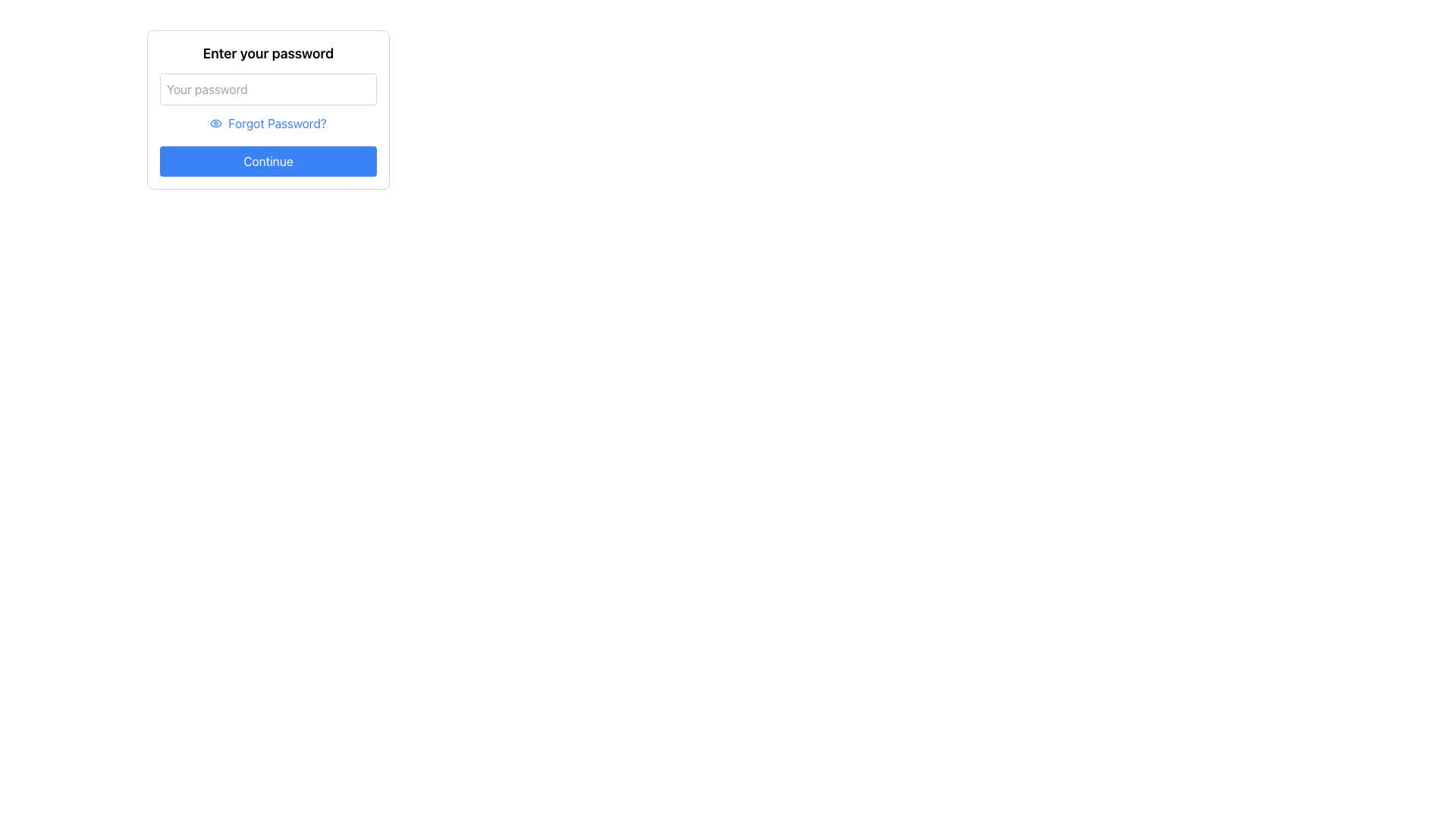 This screenshot has width=1456, height=819. I want to click on the 'Continue' button, which is a rectangular button with a blue background and white text, located centrally below the 'Forgot Password?' link and the password input field, so click(268, 161).